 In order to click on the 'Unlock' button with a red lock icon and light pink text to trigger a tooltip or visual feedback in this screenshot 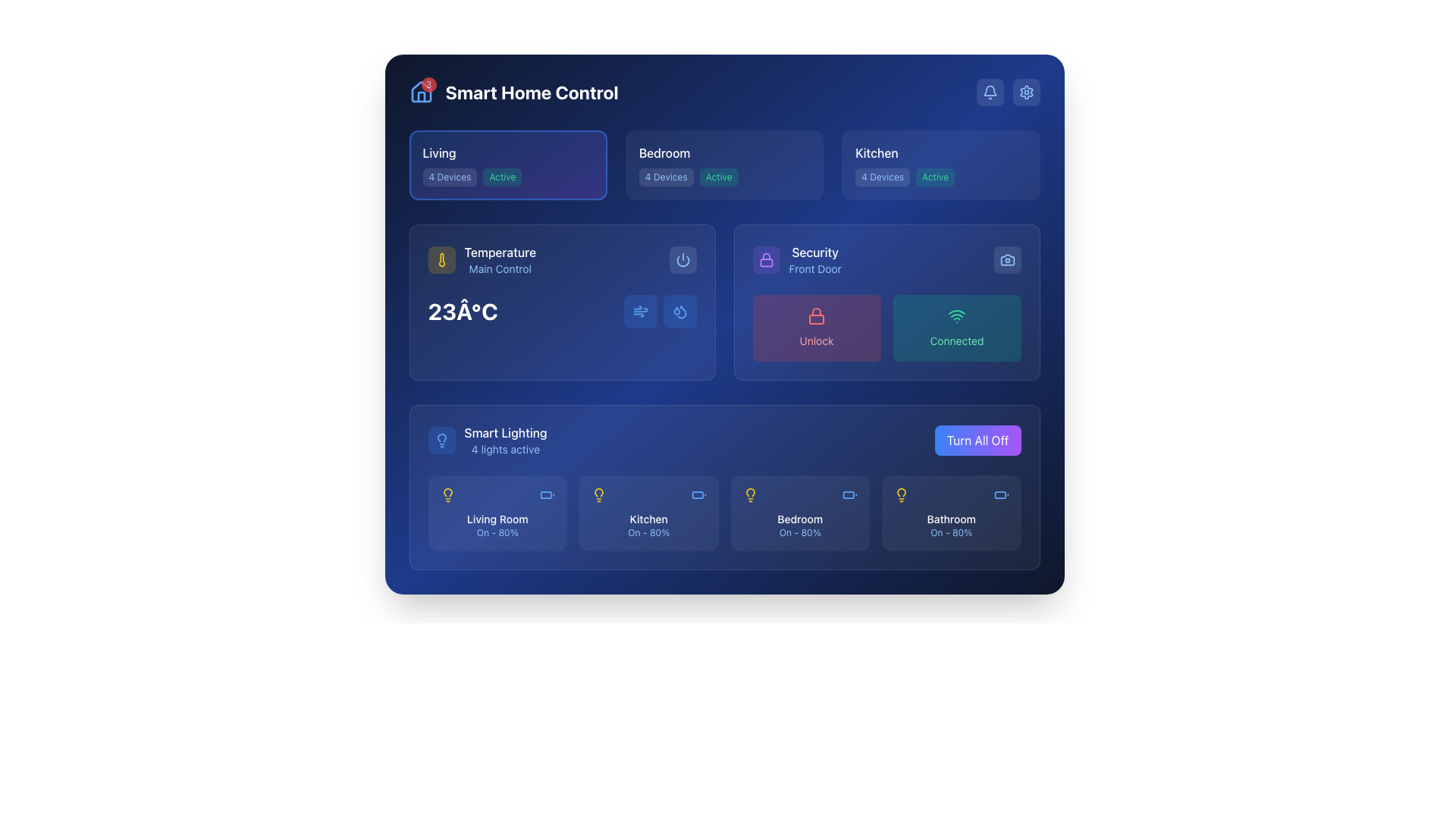, I will do `click(815, 327)`.